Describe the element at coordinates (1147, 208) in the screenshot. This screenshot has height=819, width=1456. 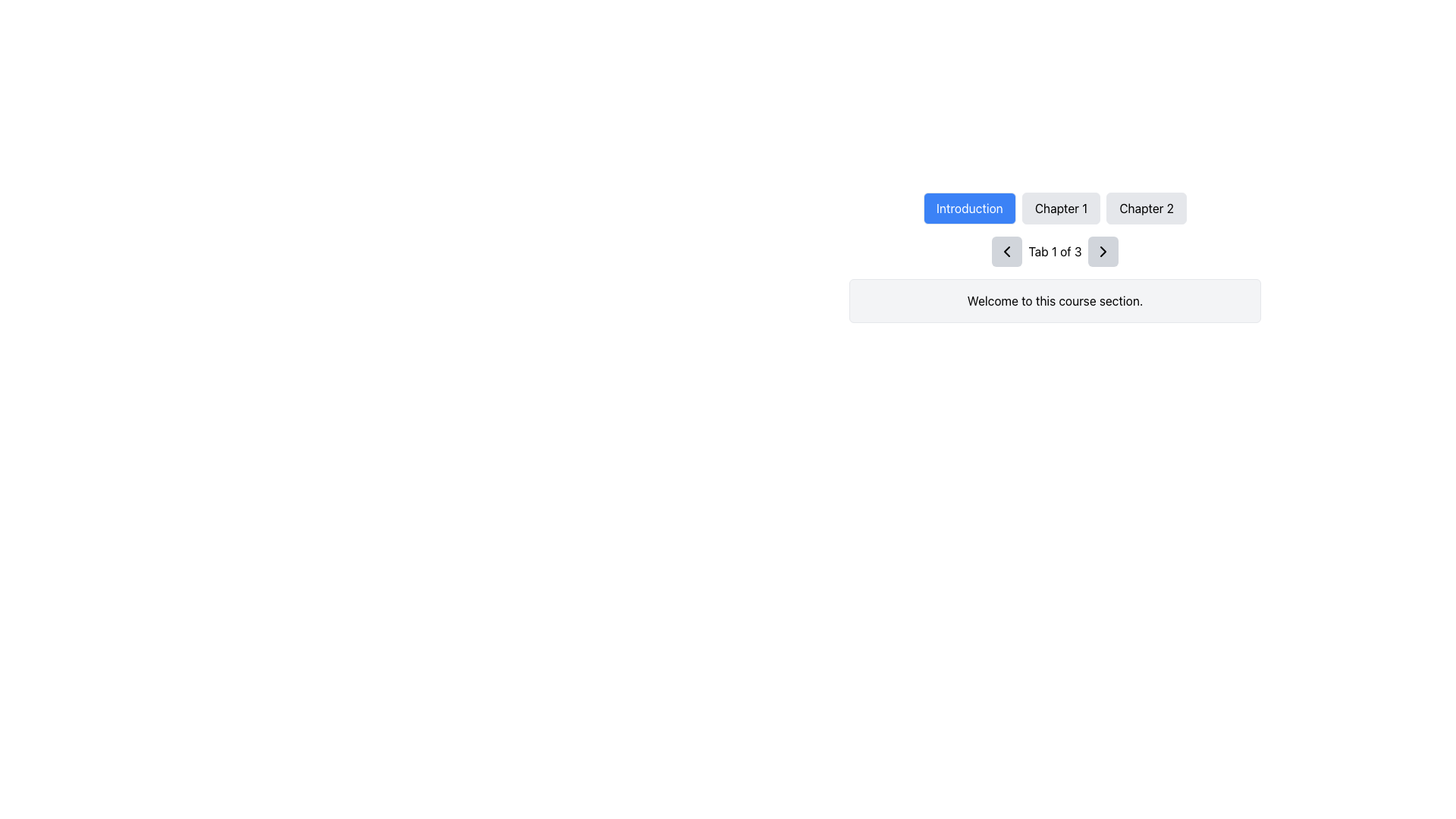
I see `the 'Chapter 2' navigation button, which is the rightmost button in a sequence of three buttons labeled 'Introduction', 'Chapter 1', and 'Chapter 2'` at that location.